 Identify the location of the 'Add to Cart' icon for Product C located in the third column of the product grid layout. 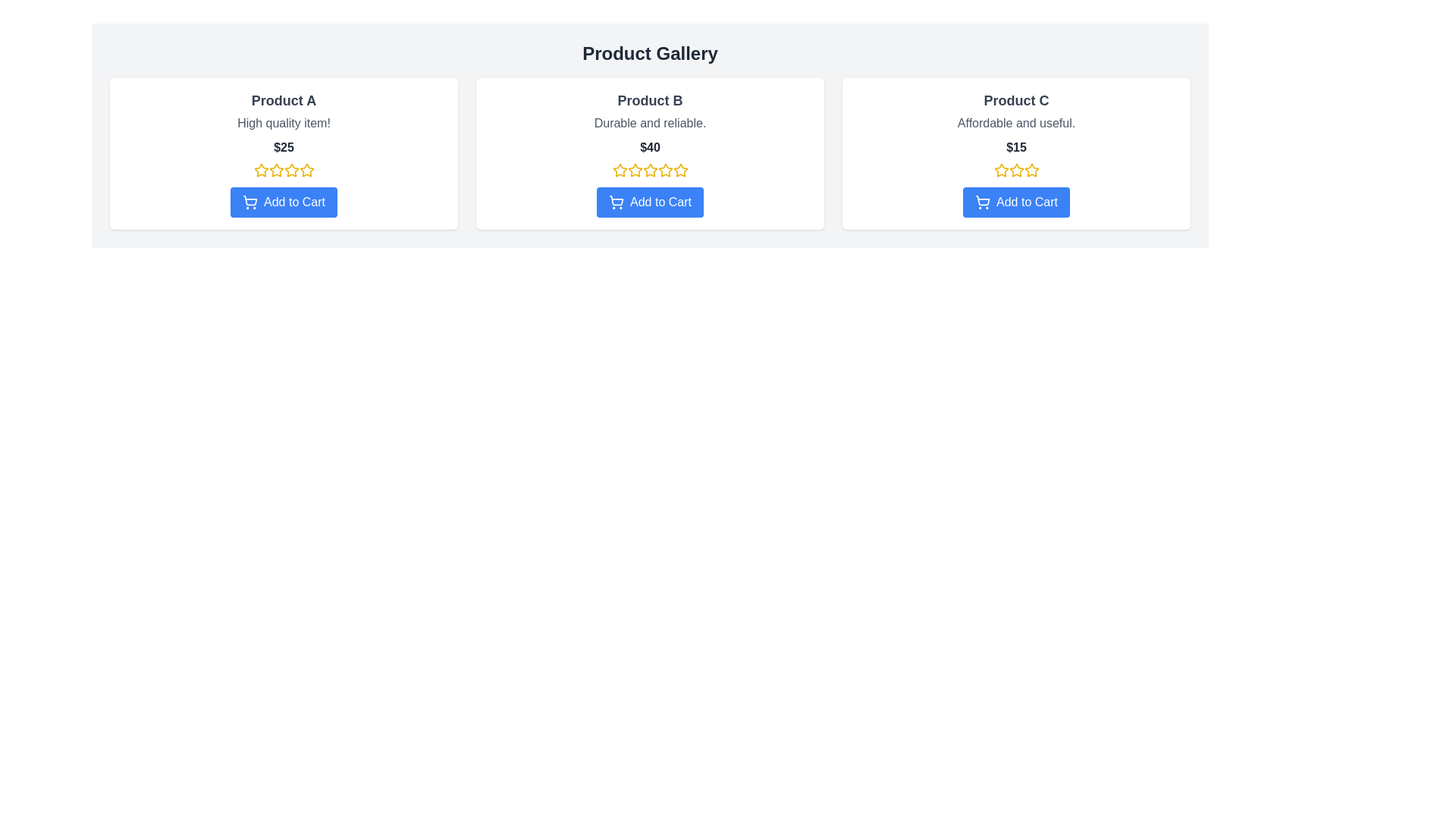
(983, 199).